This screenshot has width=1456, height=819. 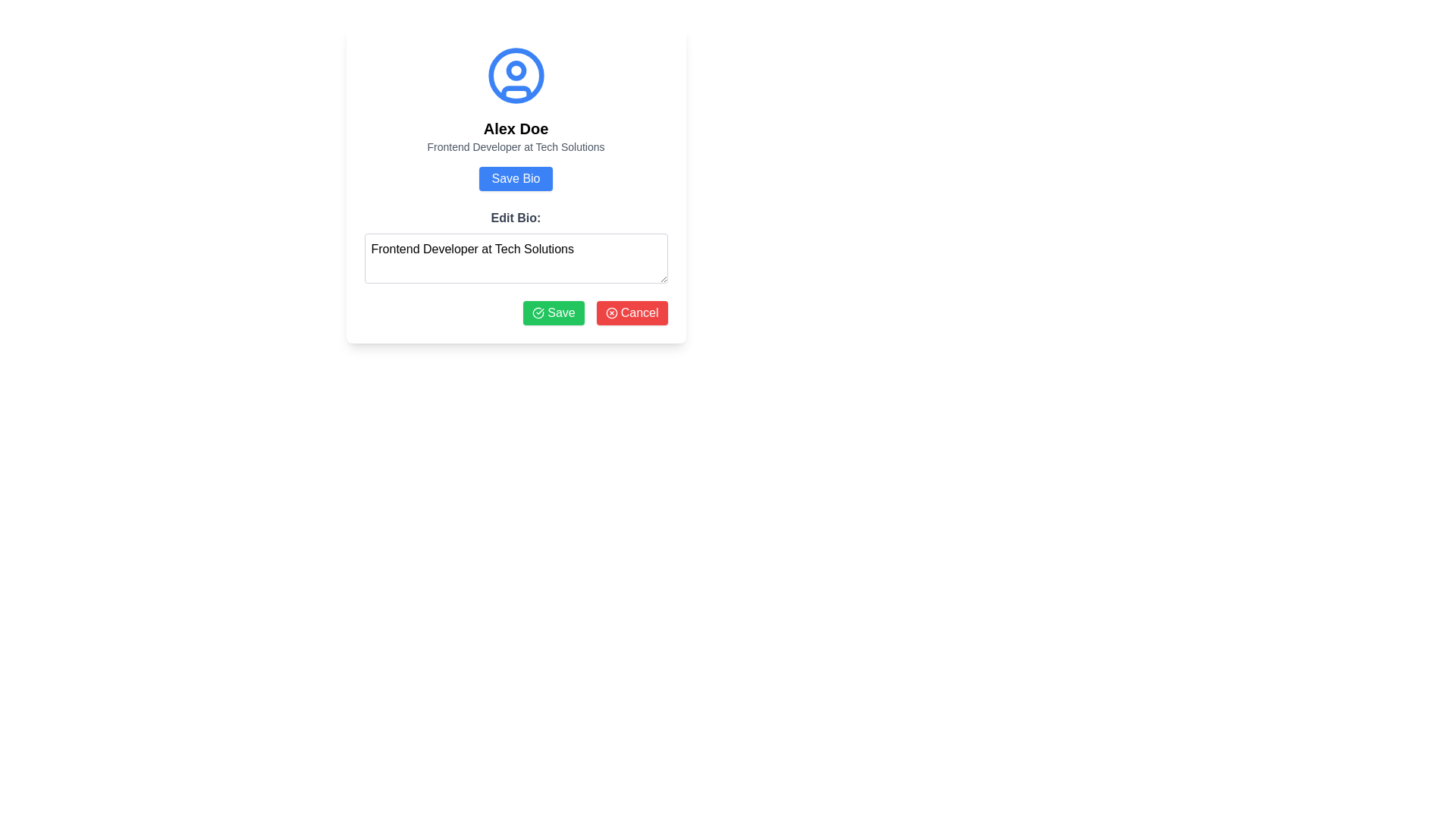 What do you see at coordinates (516, 146) in the screenshot?
I see `the static text display that reads 'Frontend Developer at Tech Solutions', which is styled in gray and located below the name 'Alex Doe'` at bounding box center [516, 146].